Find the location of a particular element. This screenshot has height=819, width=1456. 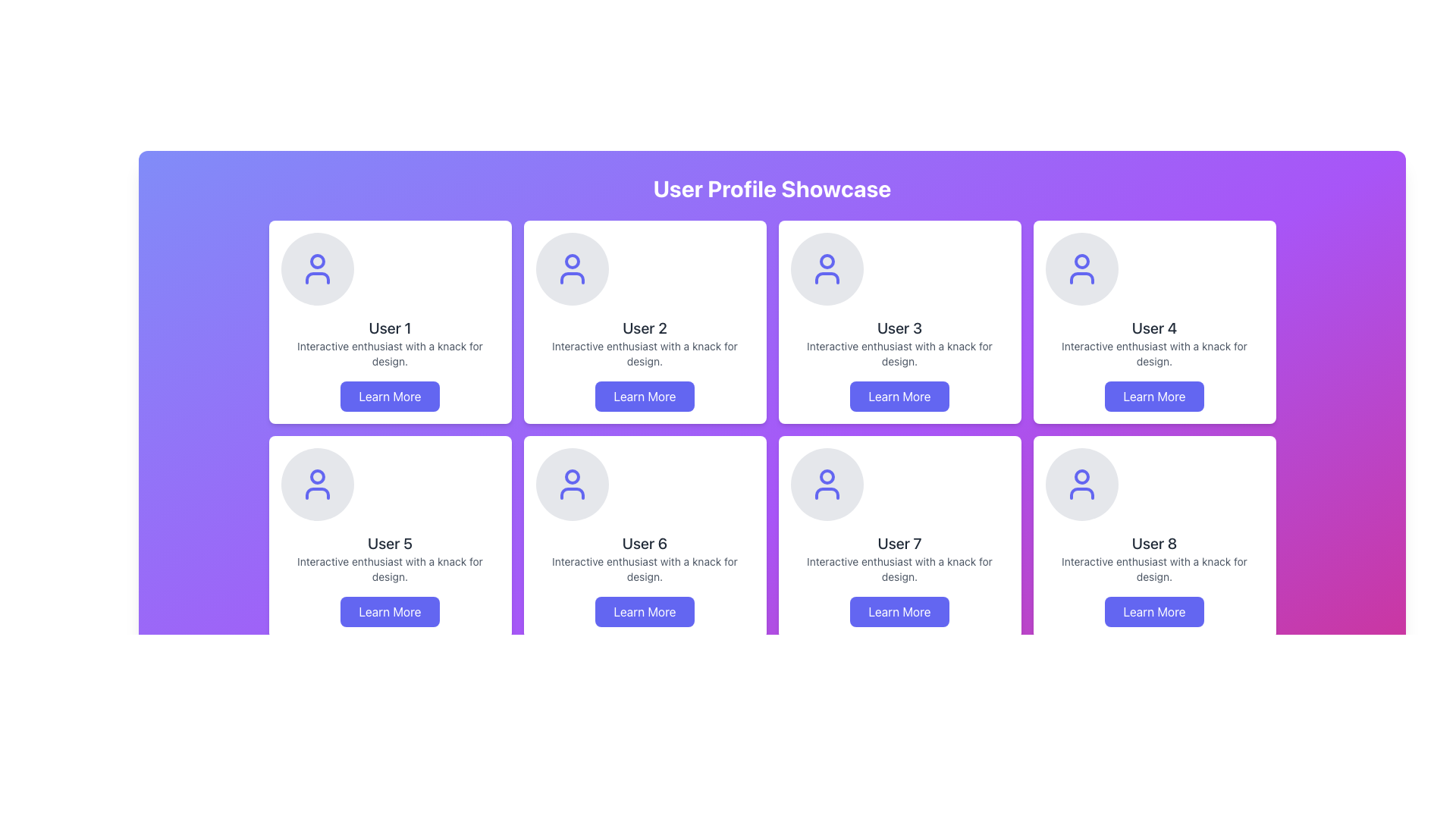

the circular user profile icon with a gray background and indigo-colored silhouette, located at the top-left area of the card for 'User 2' is located at coordinates (571, 268).